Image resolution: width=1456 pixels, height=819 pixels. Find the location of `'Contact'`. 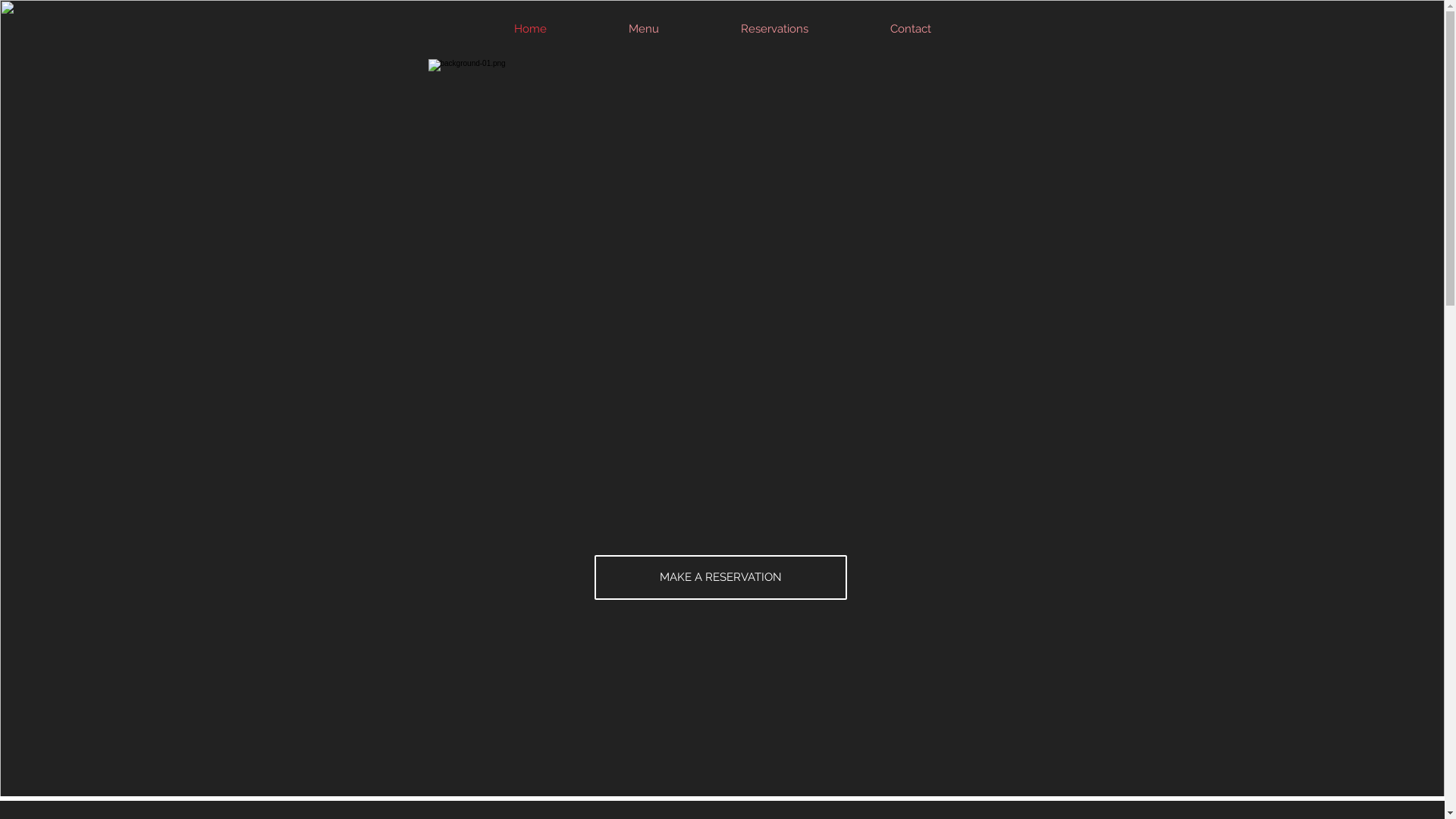

'Contact' is located at coordinates (910, 29).